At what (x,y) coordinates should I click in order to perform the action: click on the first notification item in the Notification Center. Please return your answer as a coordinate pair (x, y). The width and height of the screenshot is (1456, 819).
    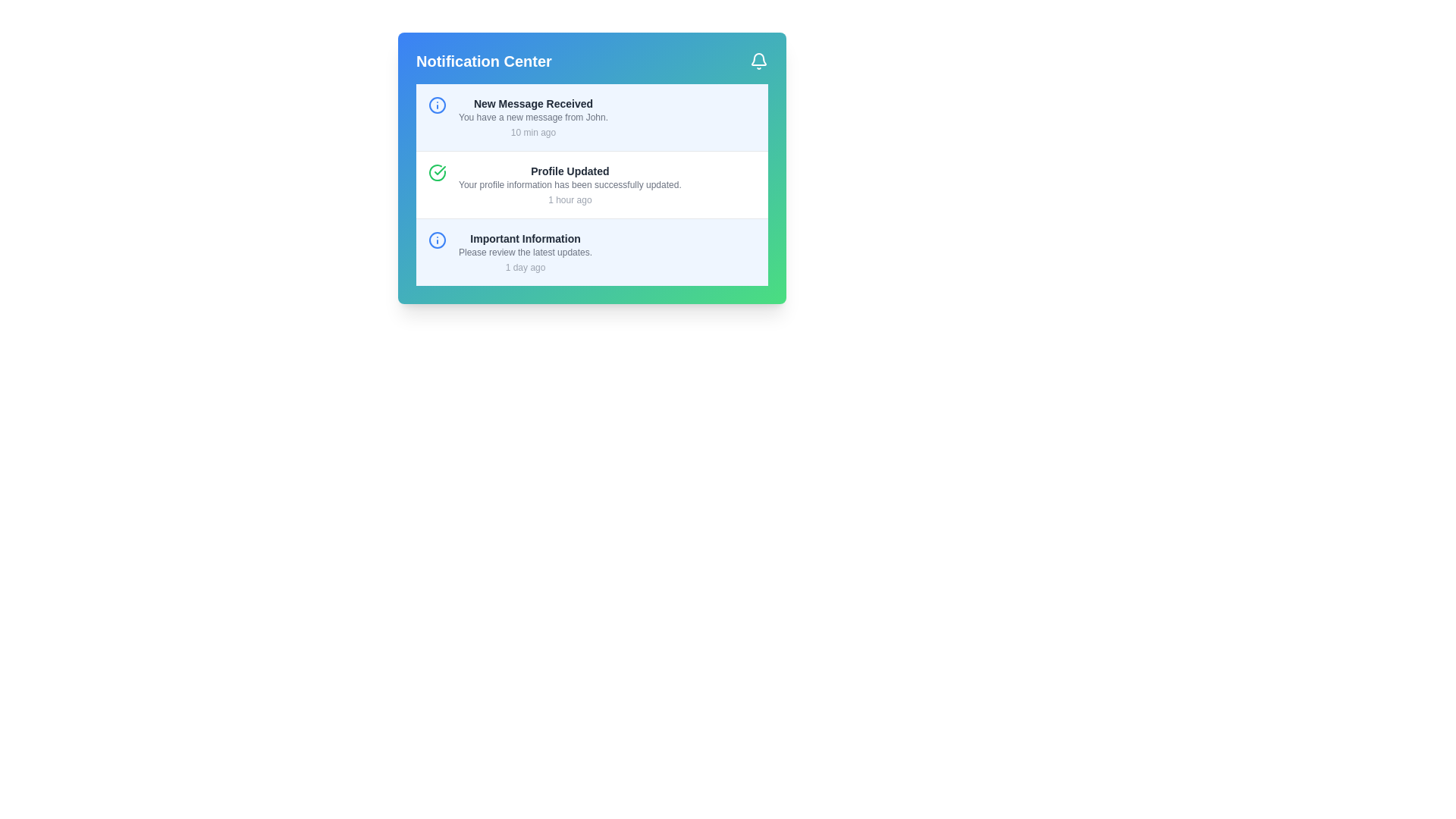
    Looking at the image, I should click on (591, 116).